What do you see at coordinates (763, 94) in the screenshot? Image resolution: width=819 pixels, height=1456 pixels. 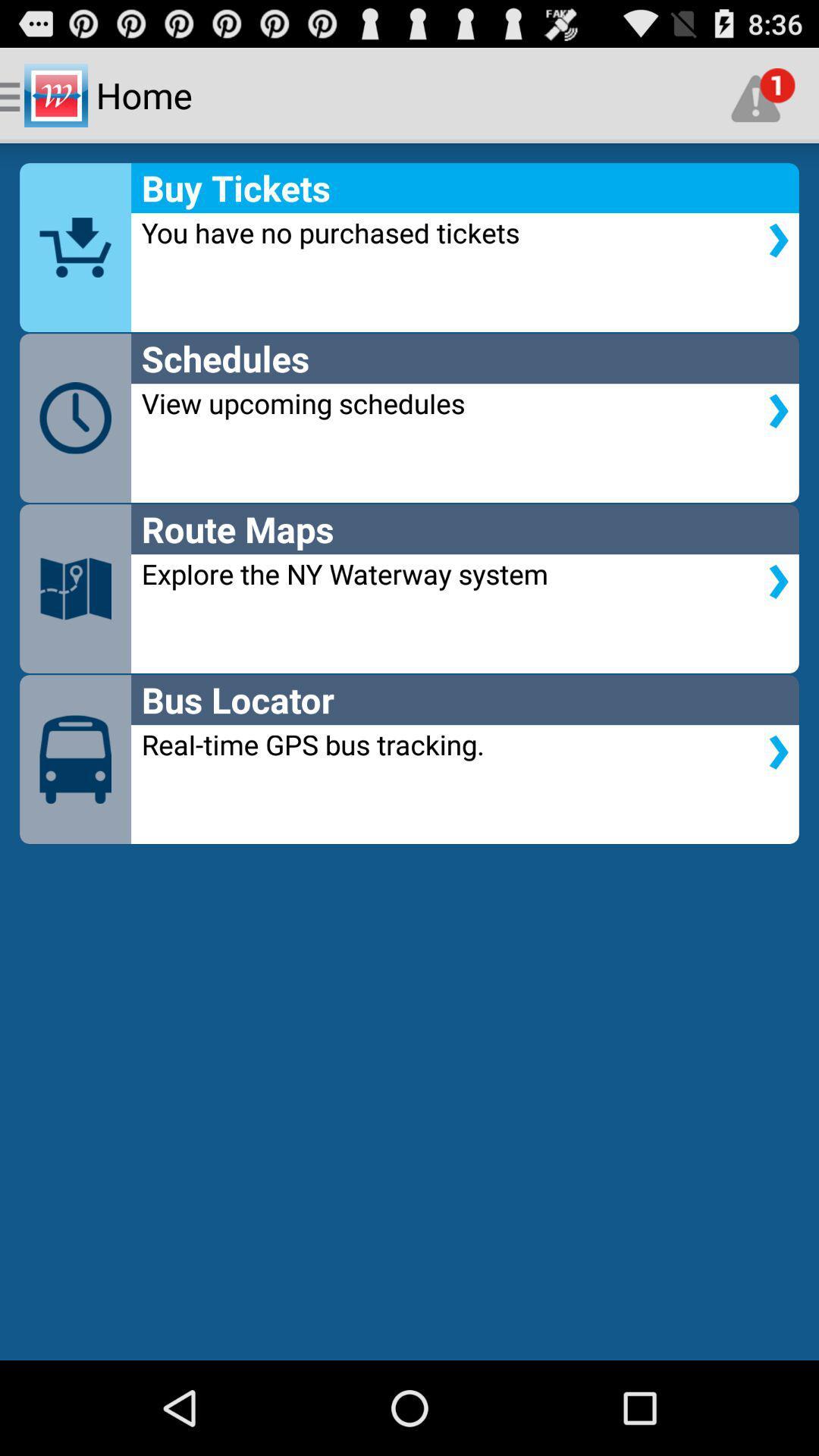 I see `caution icon` at bounding box center [763, 94].